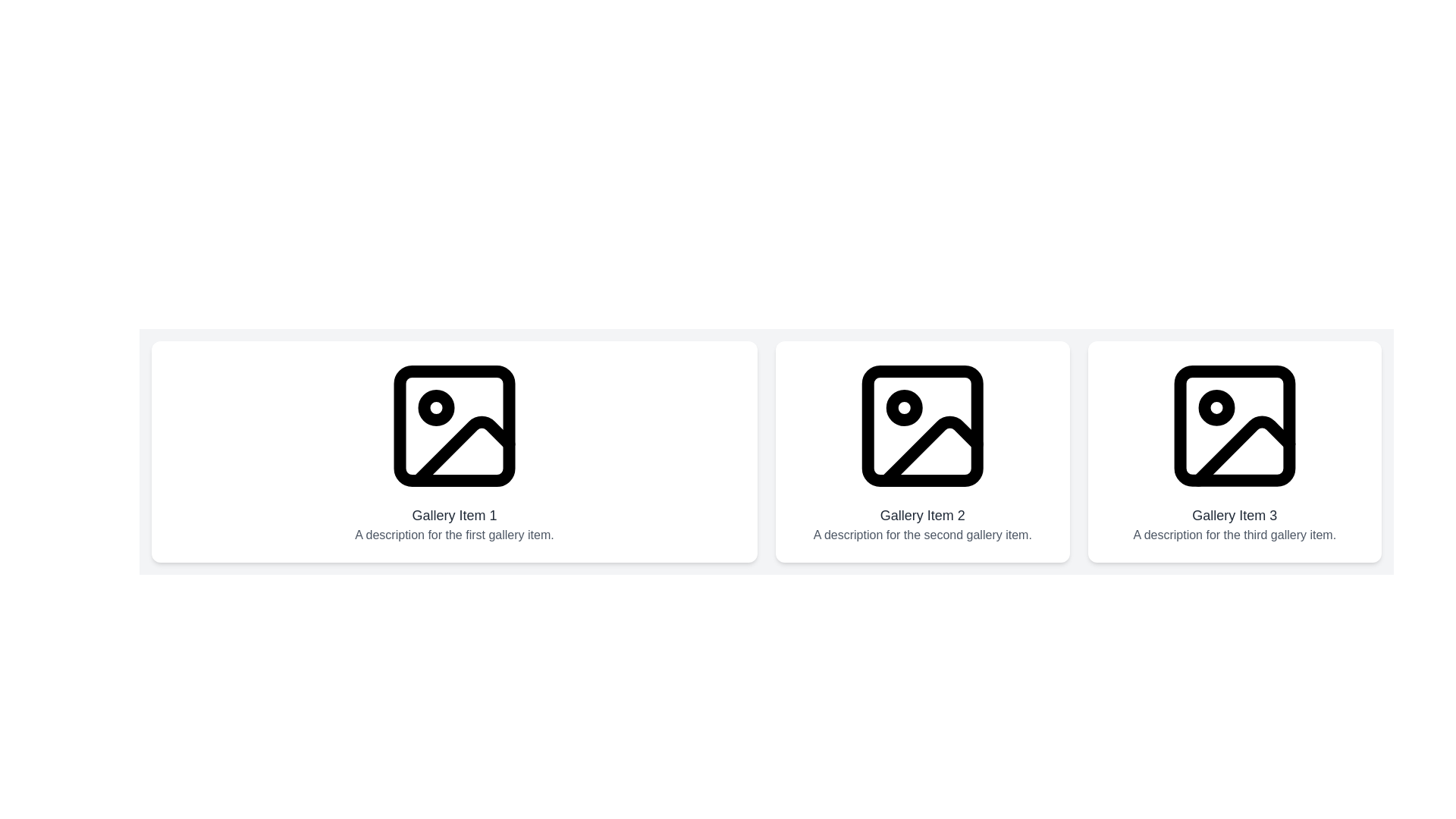  What do you see at coordinates (453, 514) in the screenshot?
I see `the Text label that serves as the title of the first gallery item, which is positioned above a descriptive text element in the first column of the gallery layout` at bounding box center [453, 514].